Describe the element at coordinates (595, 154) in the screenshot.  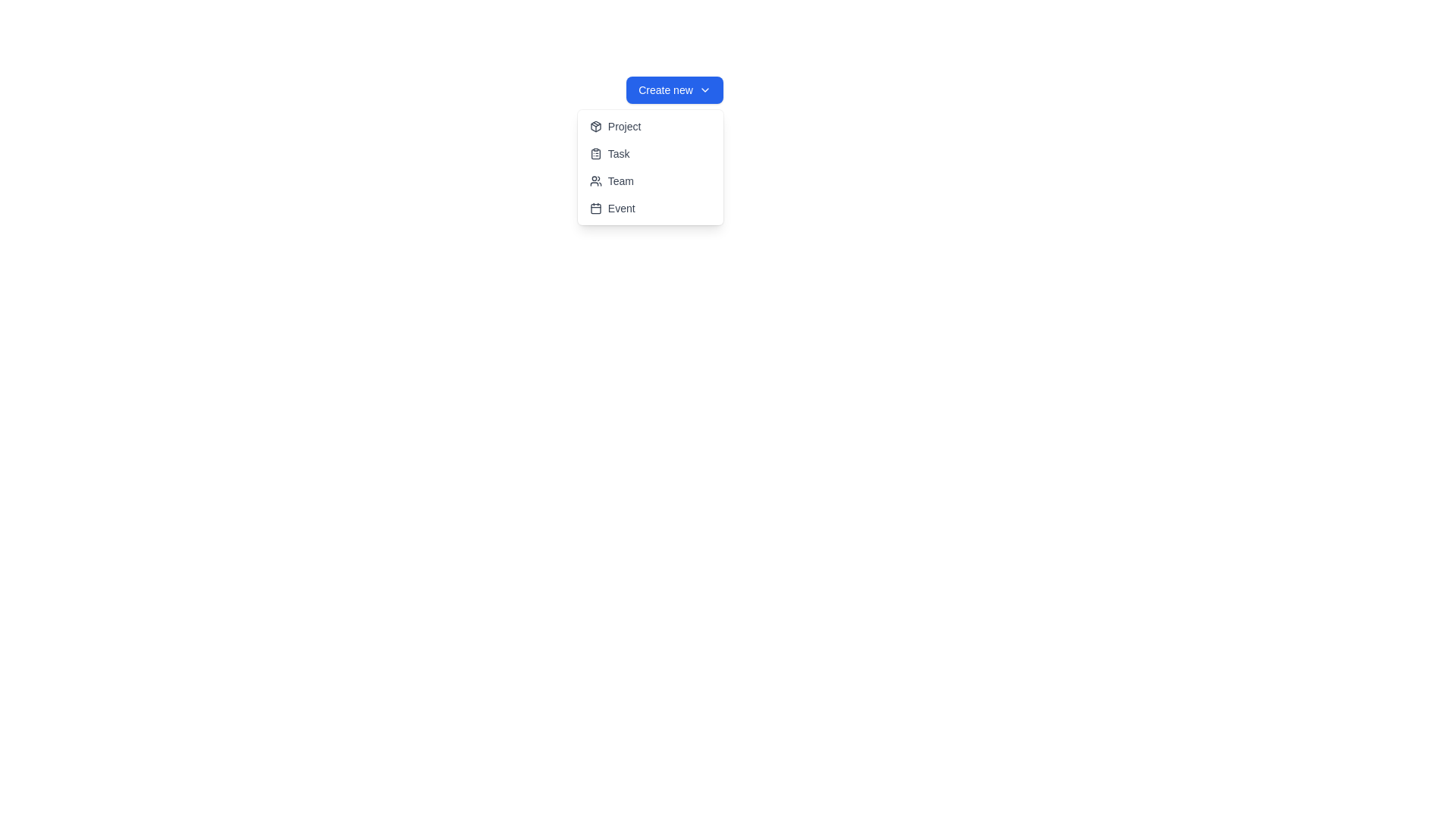
I see `the clipboard list icon, which is a line drawing within the 'Task' menu item, to potentially reveal more details` at that location.